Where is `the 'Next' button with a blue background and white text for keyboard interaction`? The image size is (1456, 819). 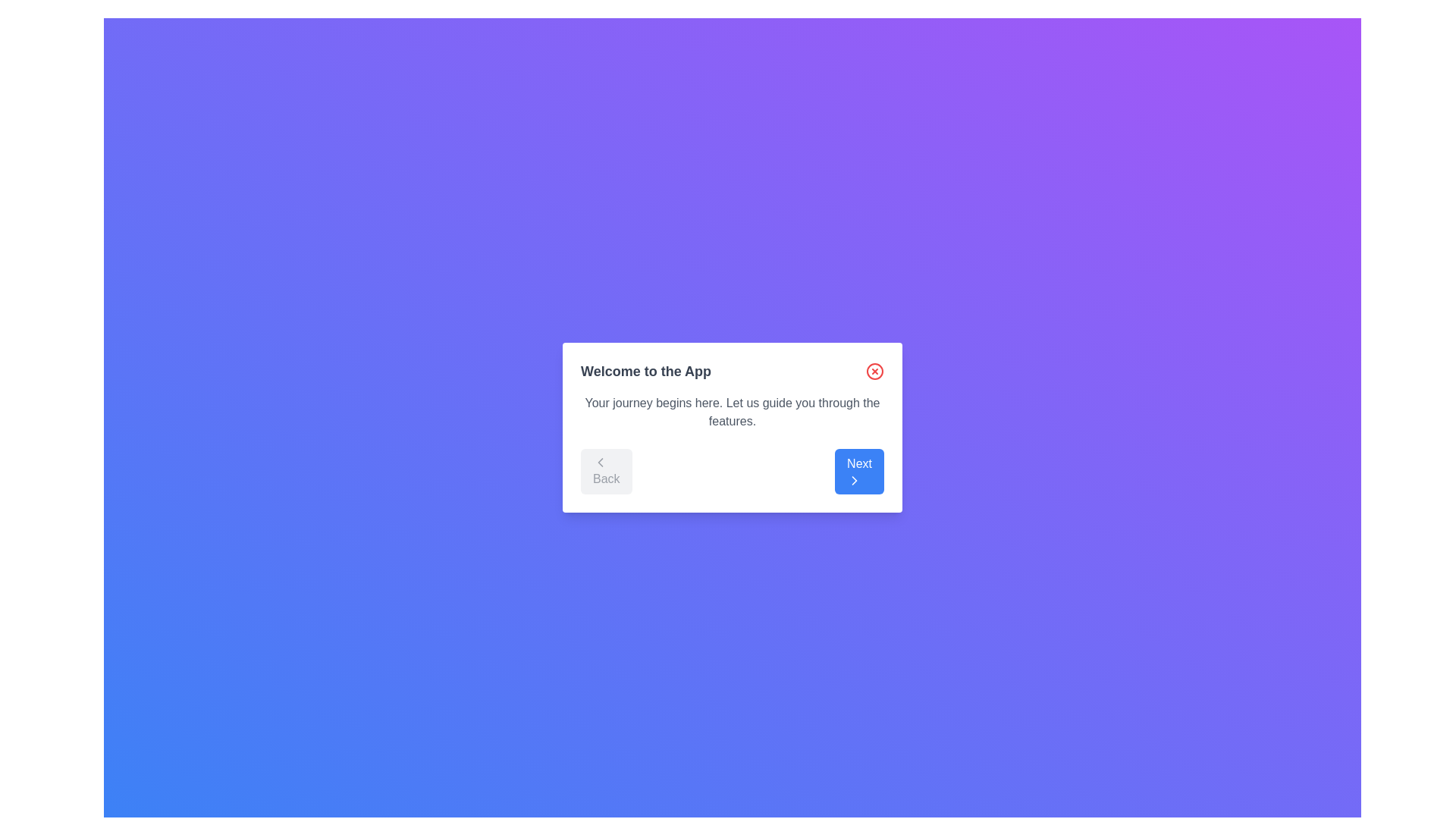
the 'Next' button with a blue background and white text for keyboard interaction is located at coordinates (859, 470).